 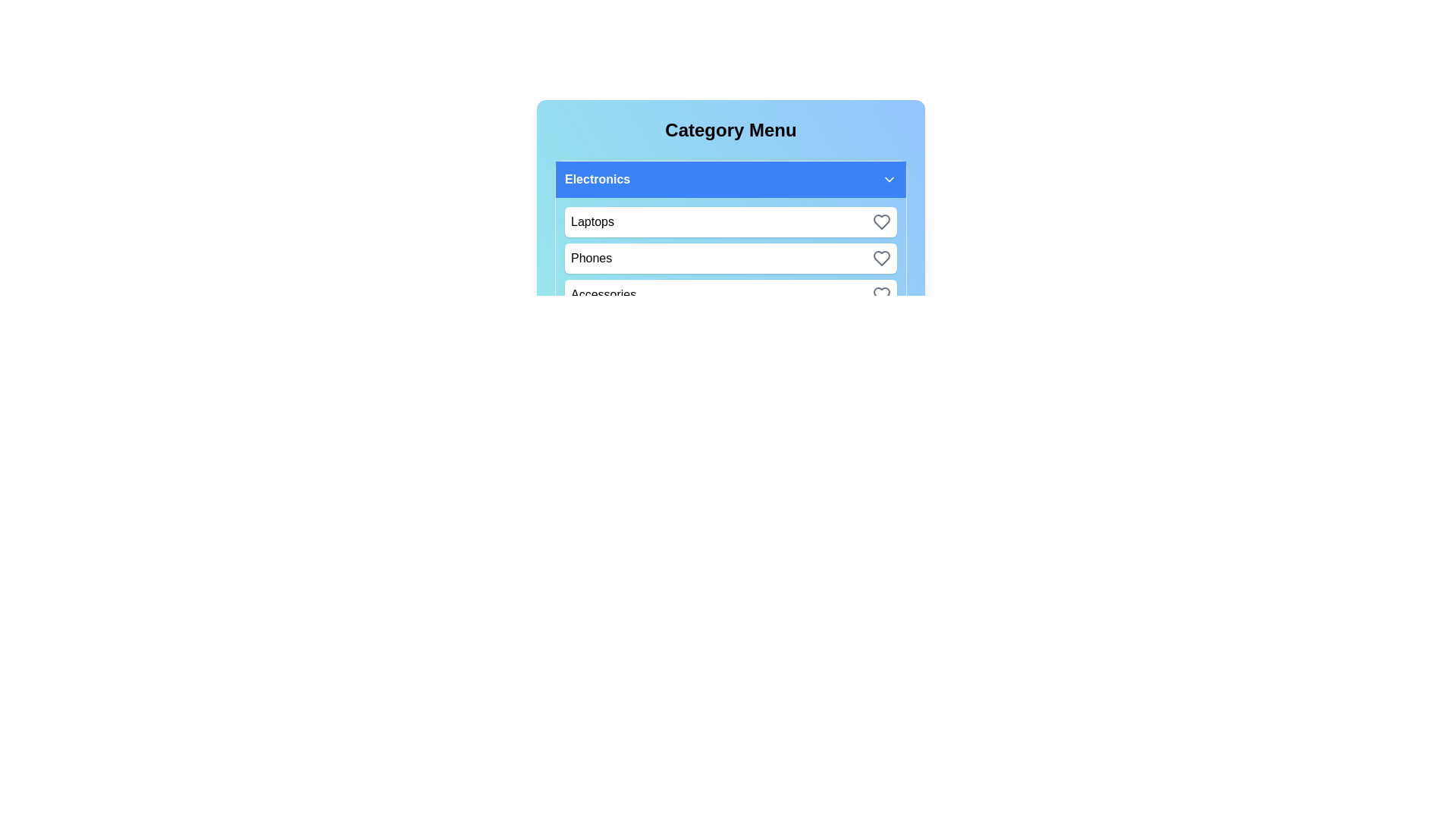 I want to click on the 'Phones' button, which is a rectangular, rounded UI component located under the 'Electronics' category, between 'Laptops' and 'Accessories', so click(x=731, y=257).